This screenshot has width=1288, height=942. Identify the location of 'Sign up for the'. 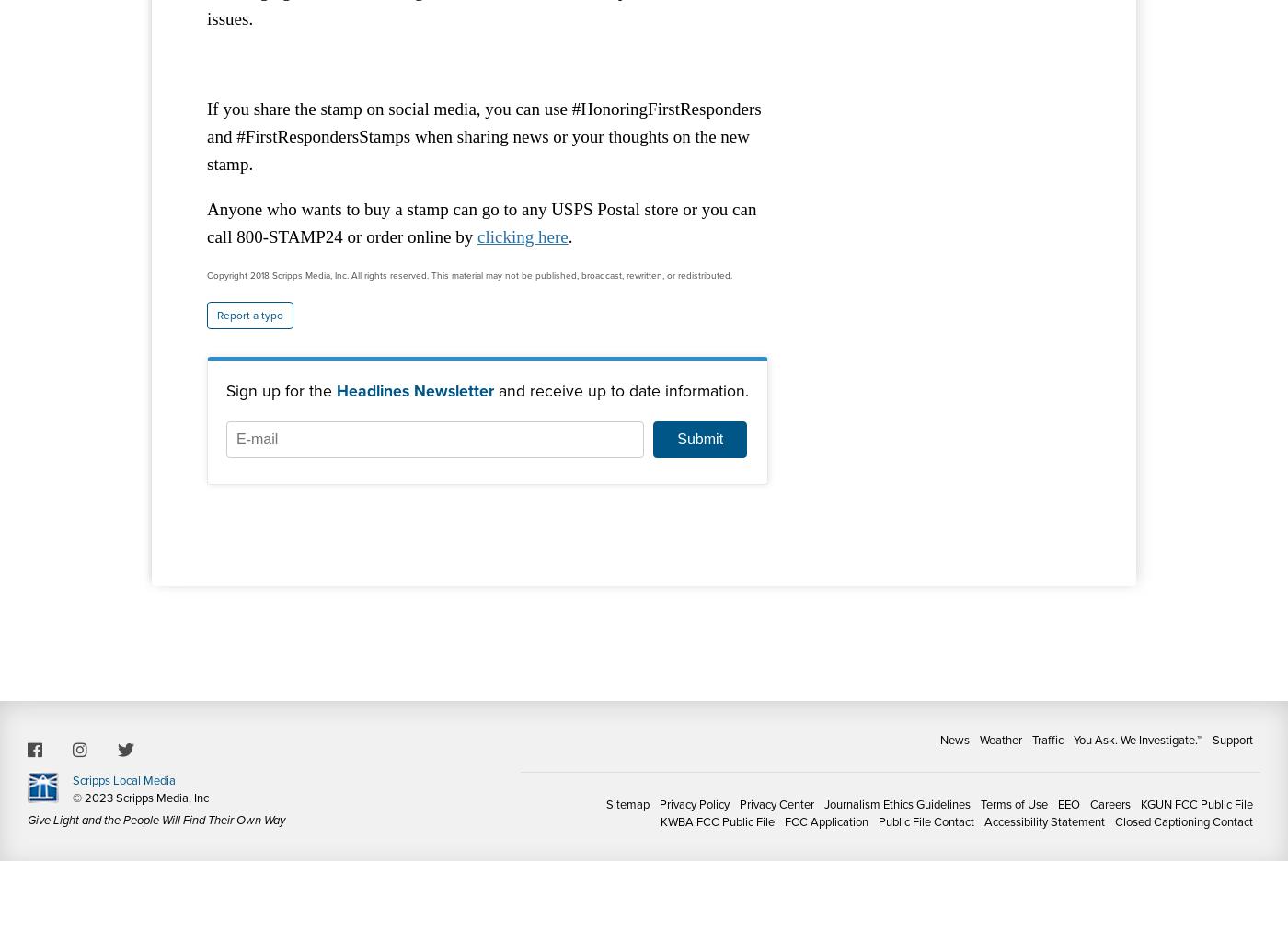
(282, 389).